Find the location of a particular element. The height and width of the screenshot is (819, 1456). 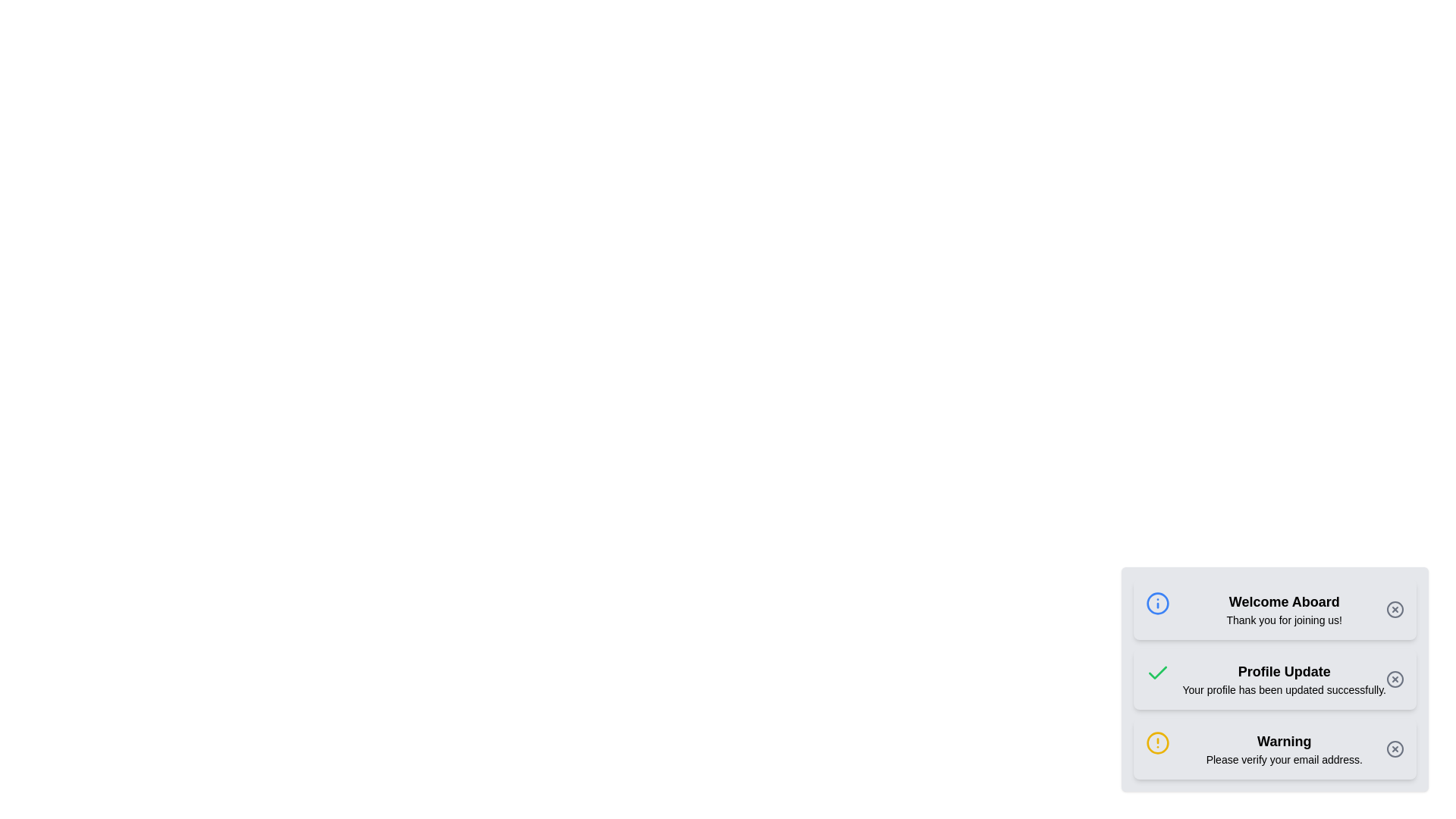

the Text header element that greets users in the notification component located at the bottom-right section of the interface is located at coordinates (1283, 601).